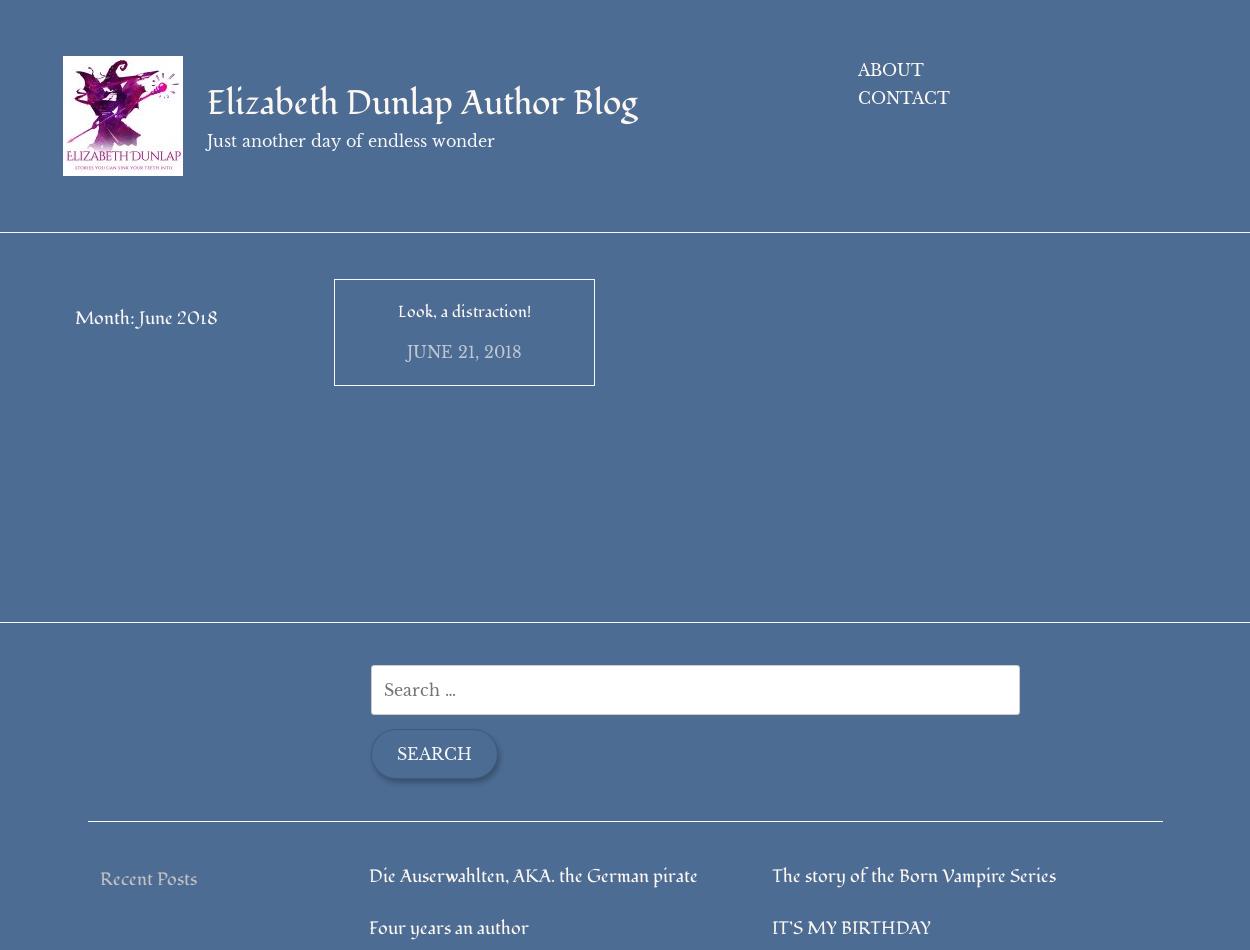 The height and width of the screenshot is (950, 1250). I want to click on 'IT’S MY BIRTHDAY', so click(849, 926).